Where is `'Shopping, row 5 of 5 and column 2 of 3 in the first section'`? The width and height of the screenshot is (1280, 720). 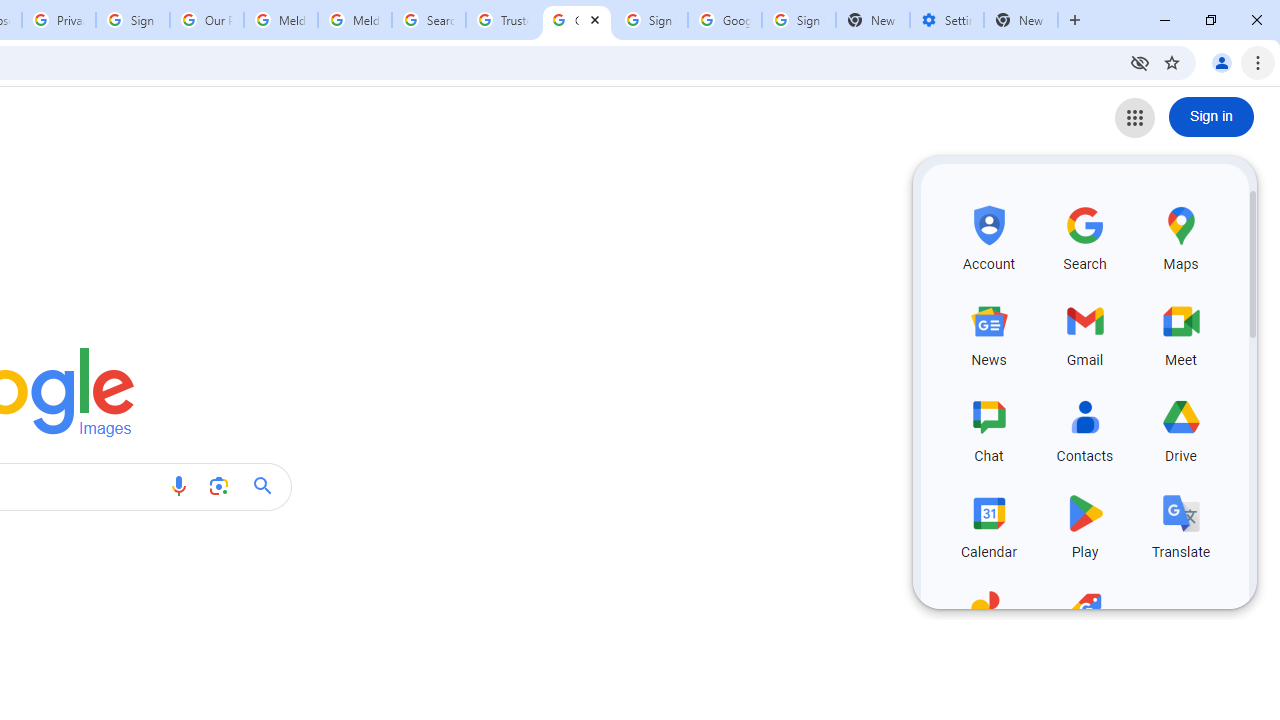
'Shopping, row 5 of 5 and column 2 of 3 in the first section' is located at coordinates (1083, 618).